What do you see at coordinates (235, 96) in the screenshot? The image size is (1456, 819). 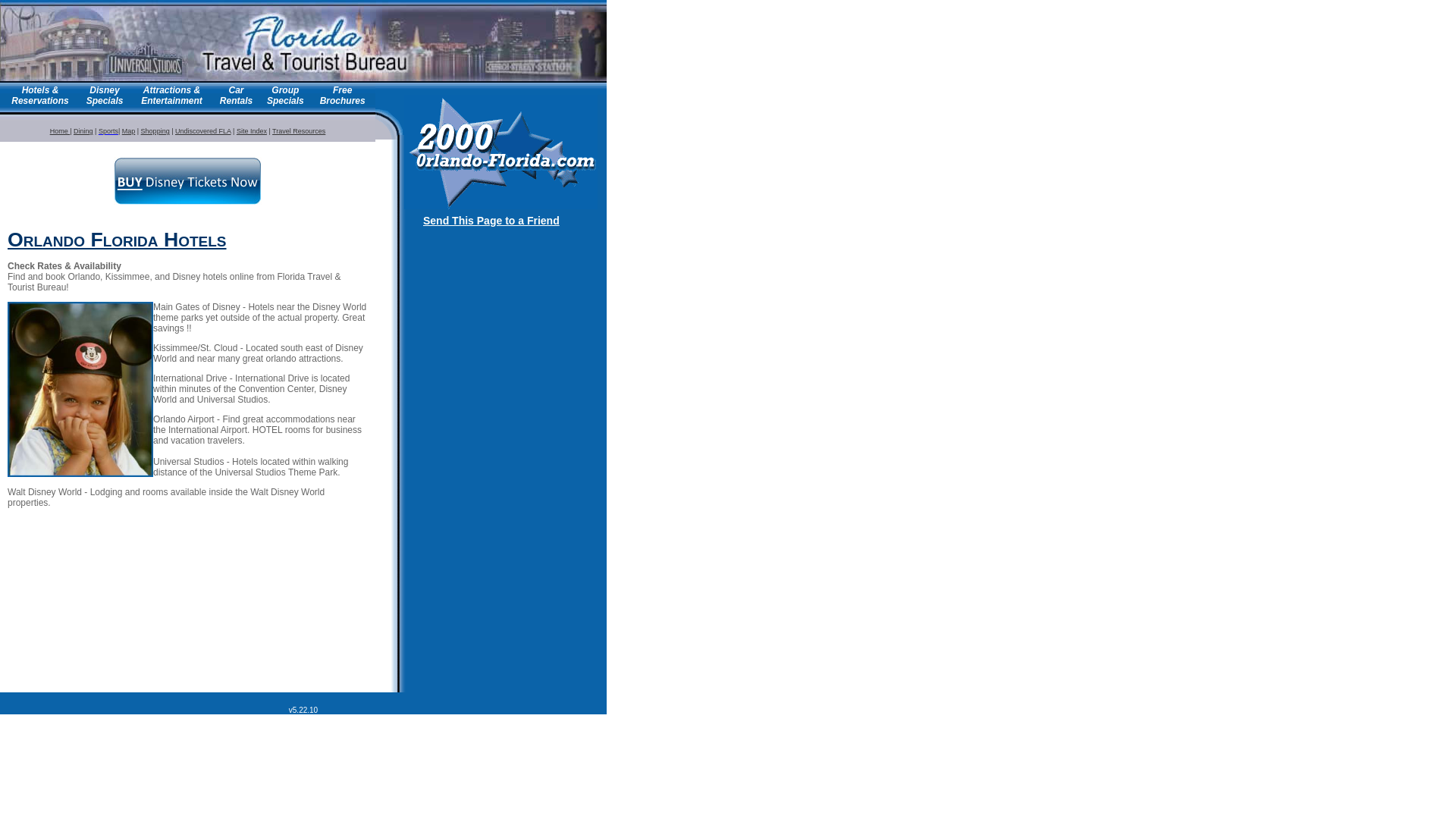 I see `'Car` at bounding box center [235, 96].